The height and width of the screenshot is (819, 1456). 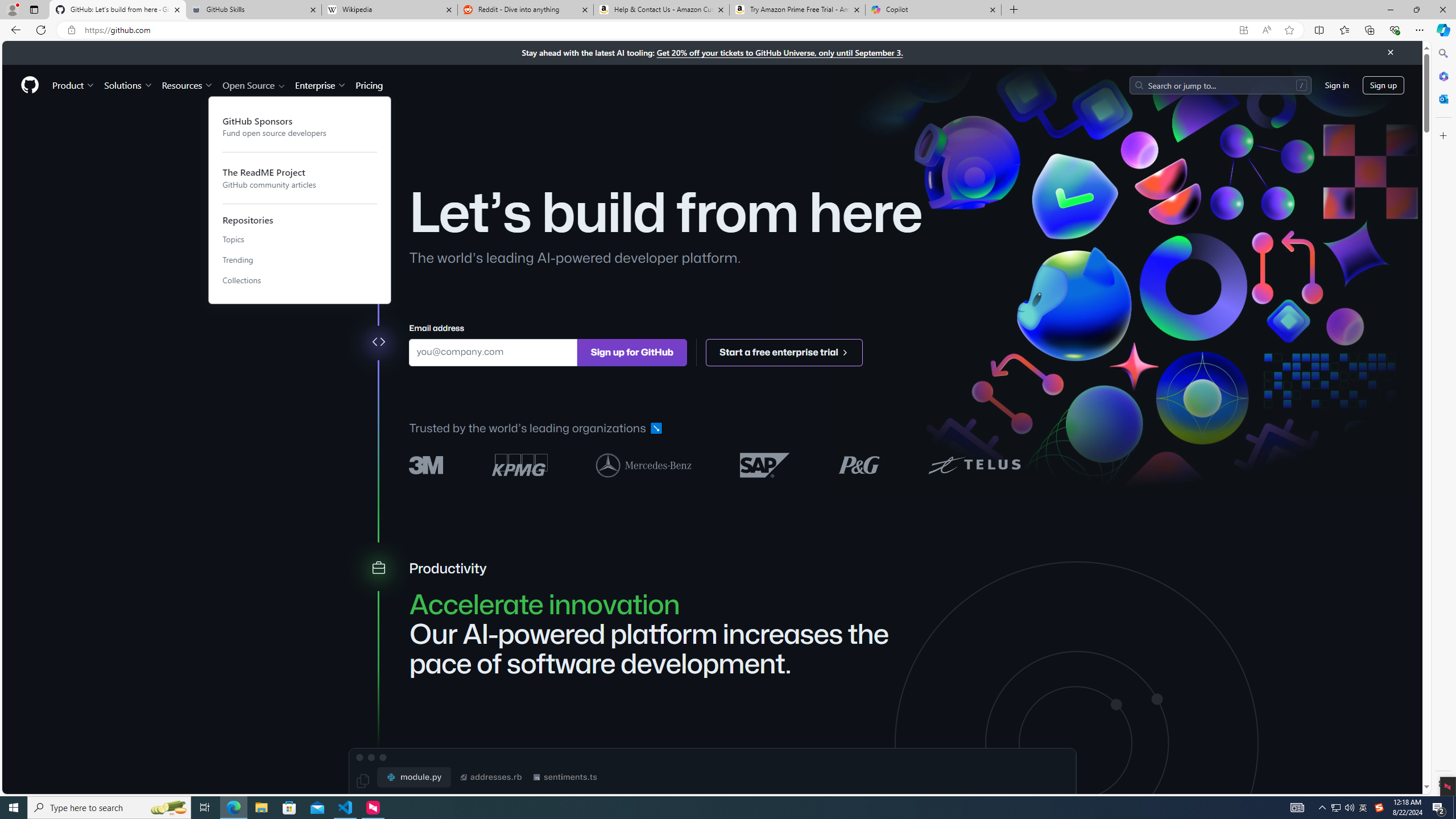 What do you see at coordinates (390, 9) in the screenshot?
I see `'Wikipedia'` at bounding box center [390, 9].